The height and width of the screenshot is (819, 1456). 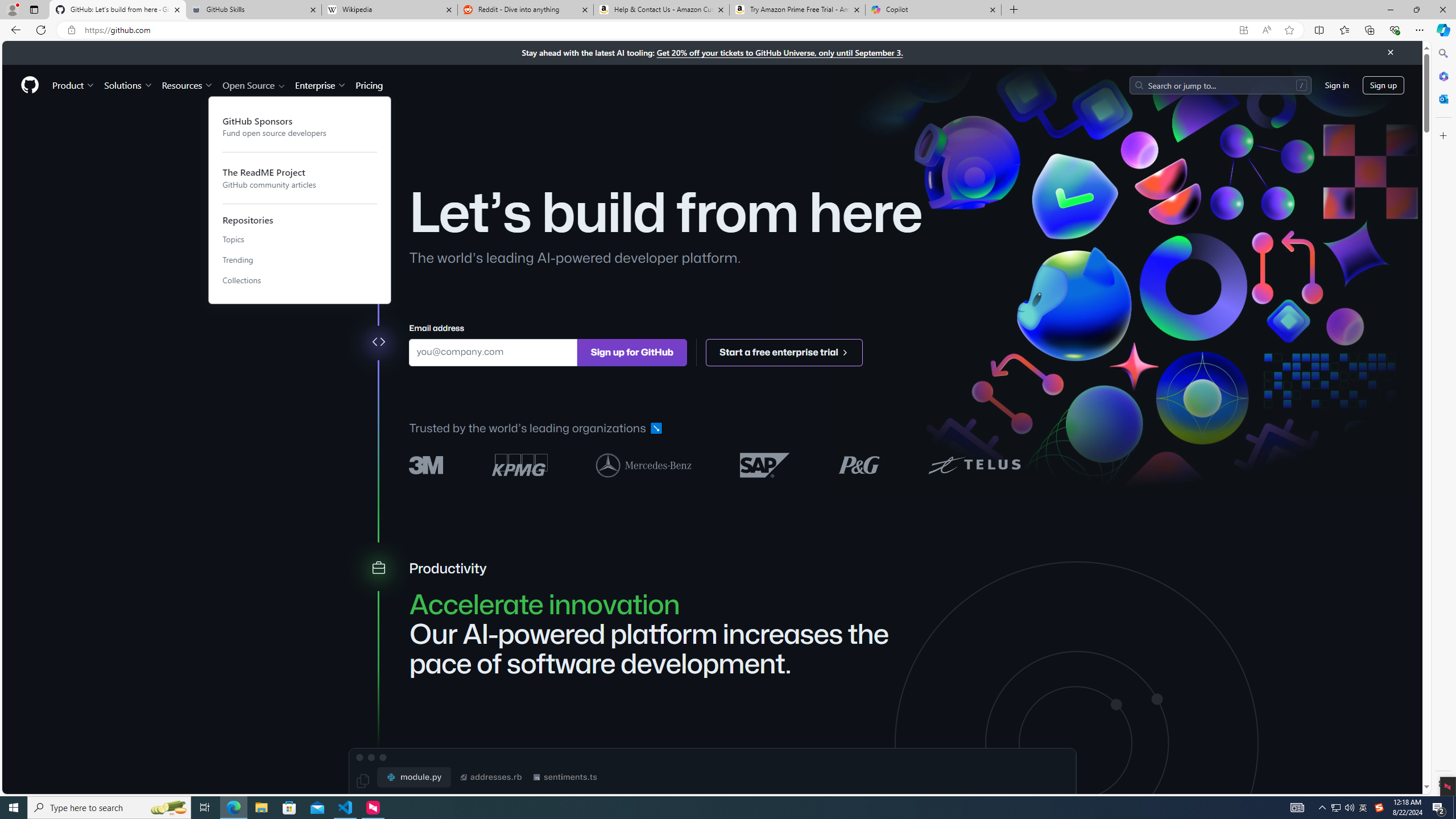 What do you see at coordinates (390, 9) in the screenshot?
I see `'Wikipedia'` at bounding box center [390, 9].